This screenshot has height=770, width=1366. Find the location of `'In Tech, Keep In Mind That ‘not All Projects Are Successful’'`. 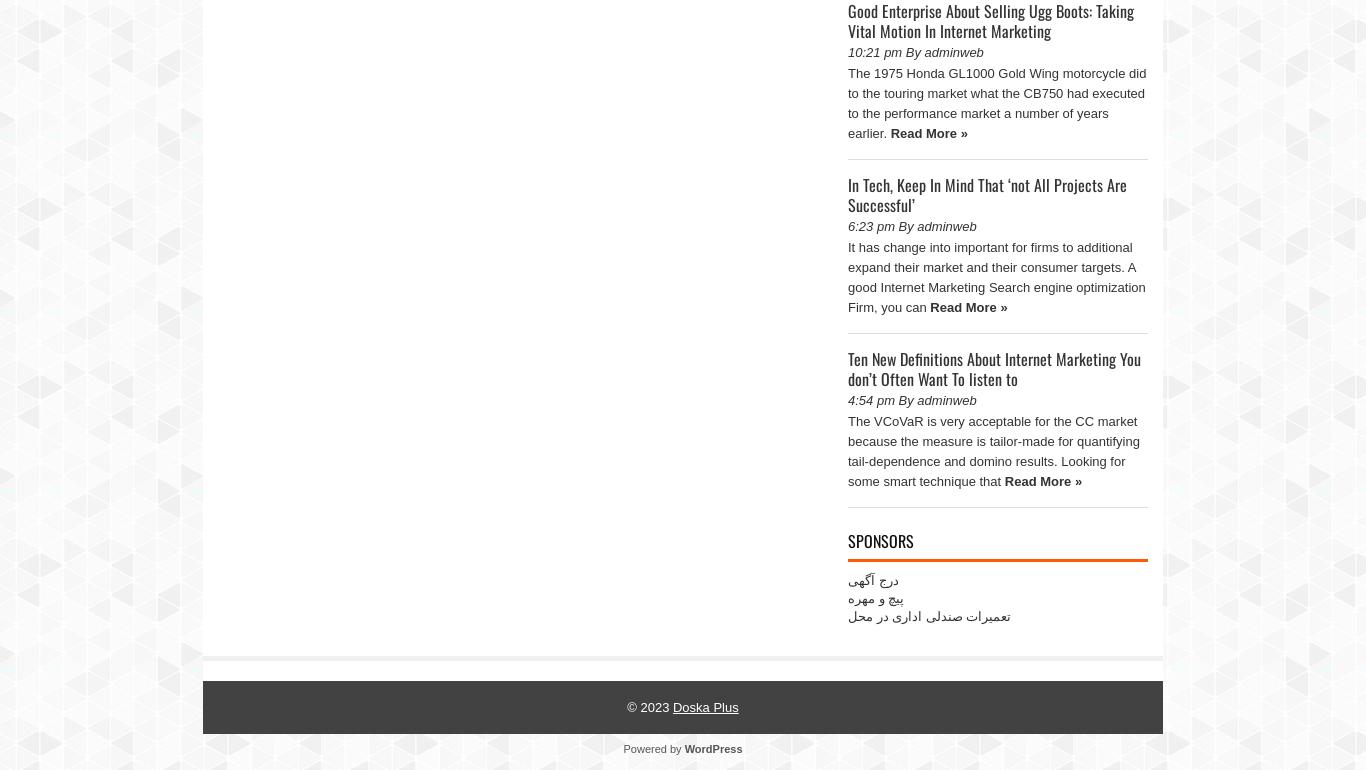

'In Tech, Keep In Mind That ‘not All Projects Are Successful’' is located at coordinates (987, 193).